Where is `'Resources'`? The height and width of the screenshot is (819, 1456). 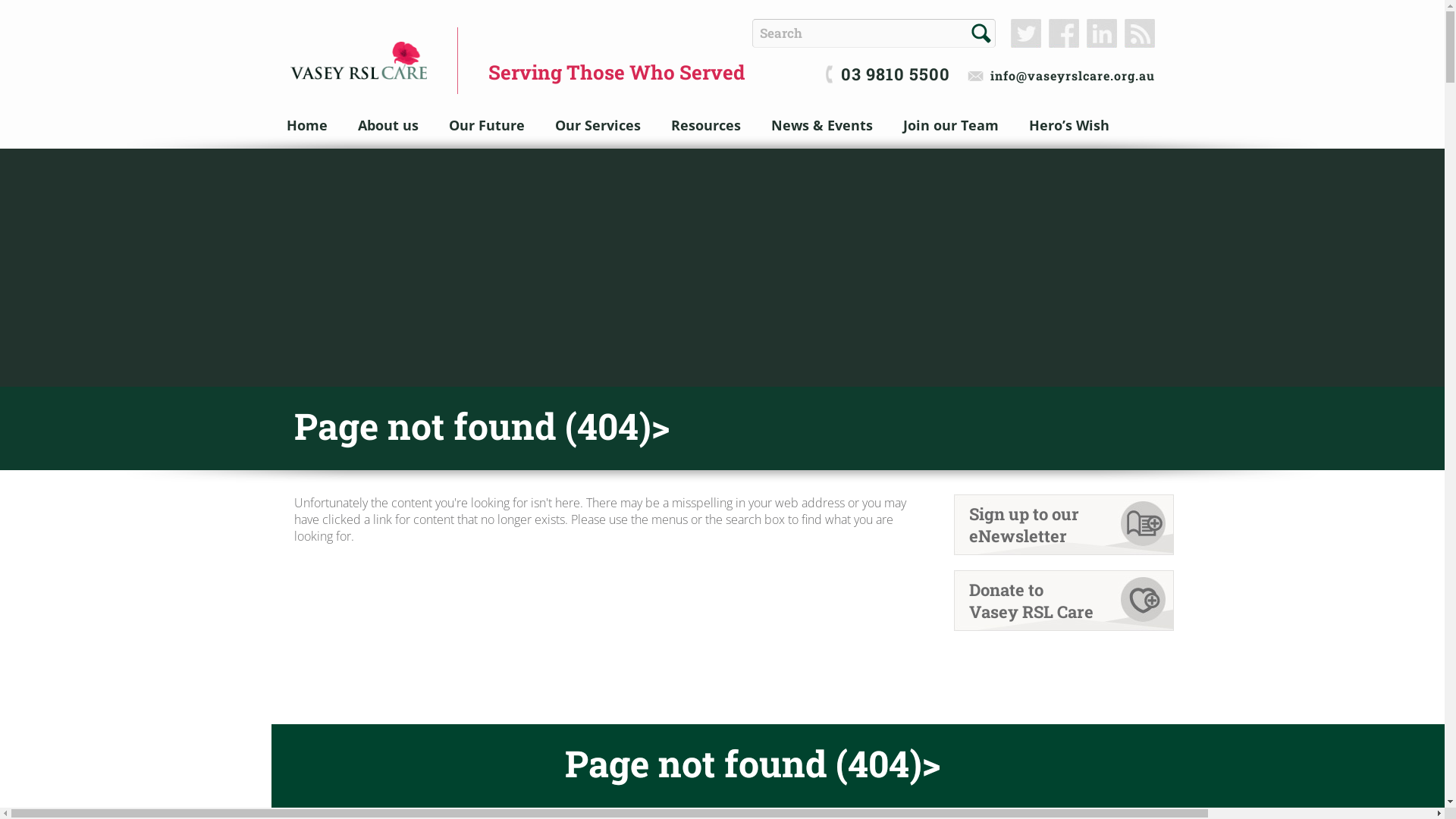
'Resources' is located at coordinates (704, 124).